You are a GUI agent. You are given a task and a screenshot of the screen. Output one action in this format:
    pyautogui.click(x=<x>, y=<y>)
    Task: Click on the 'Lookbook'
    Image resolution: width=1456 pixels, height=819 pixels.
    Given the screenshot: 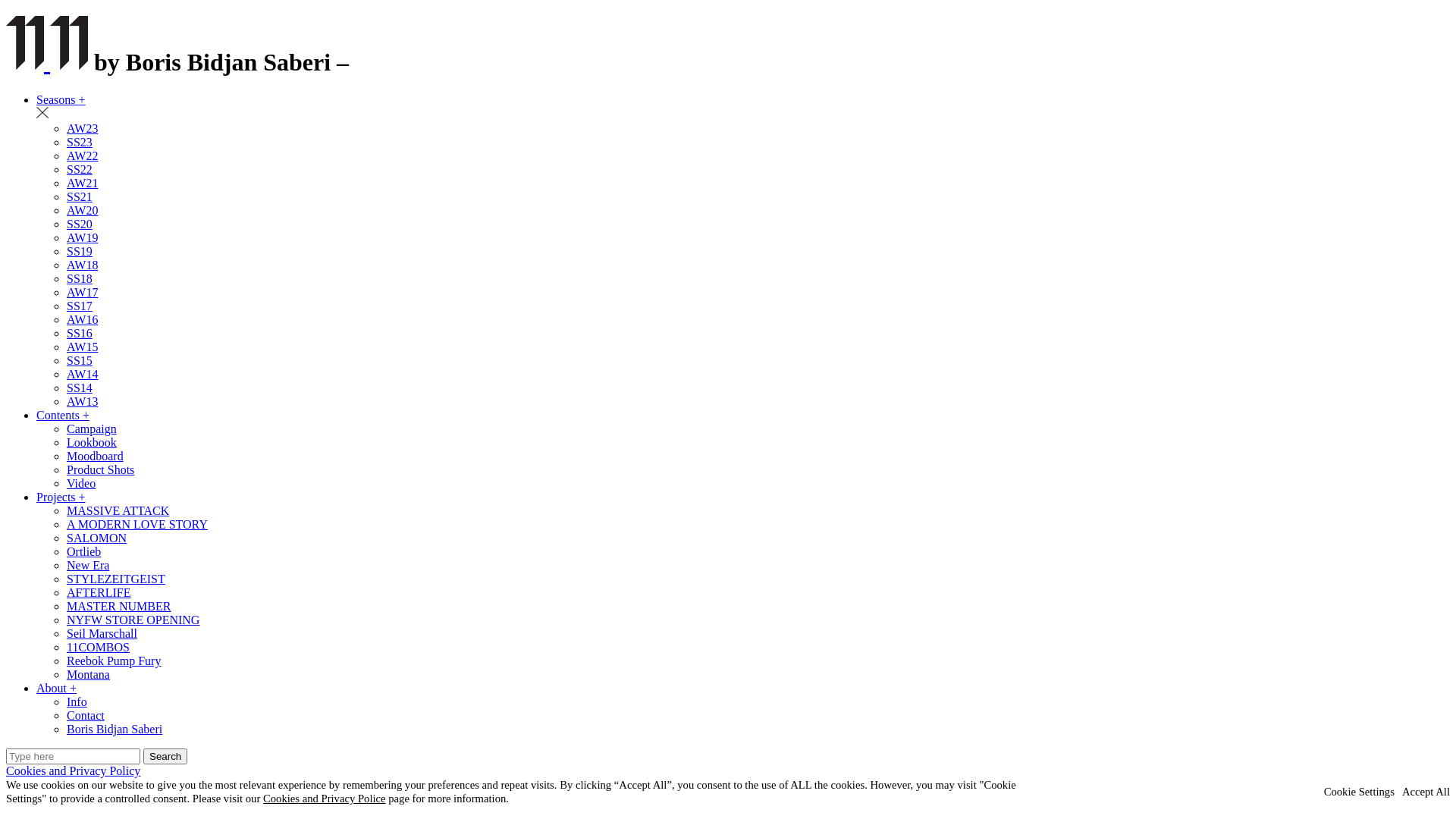 What is the action you would take?
    pyautogui.click(x=90, y=442)
    